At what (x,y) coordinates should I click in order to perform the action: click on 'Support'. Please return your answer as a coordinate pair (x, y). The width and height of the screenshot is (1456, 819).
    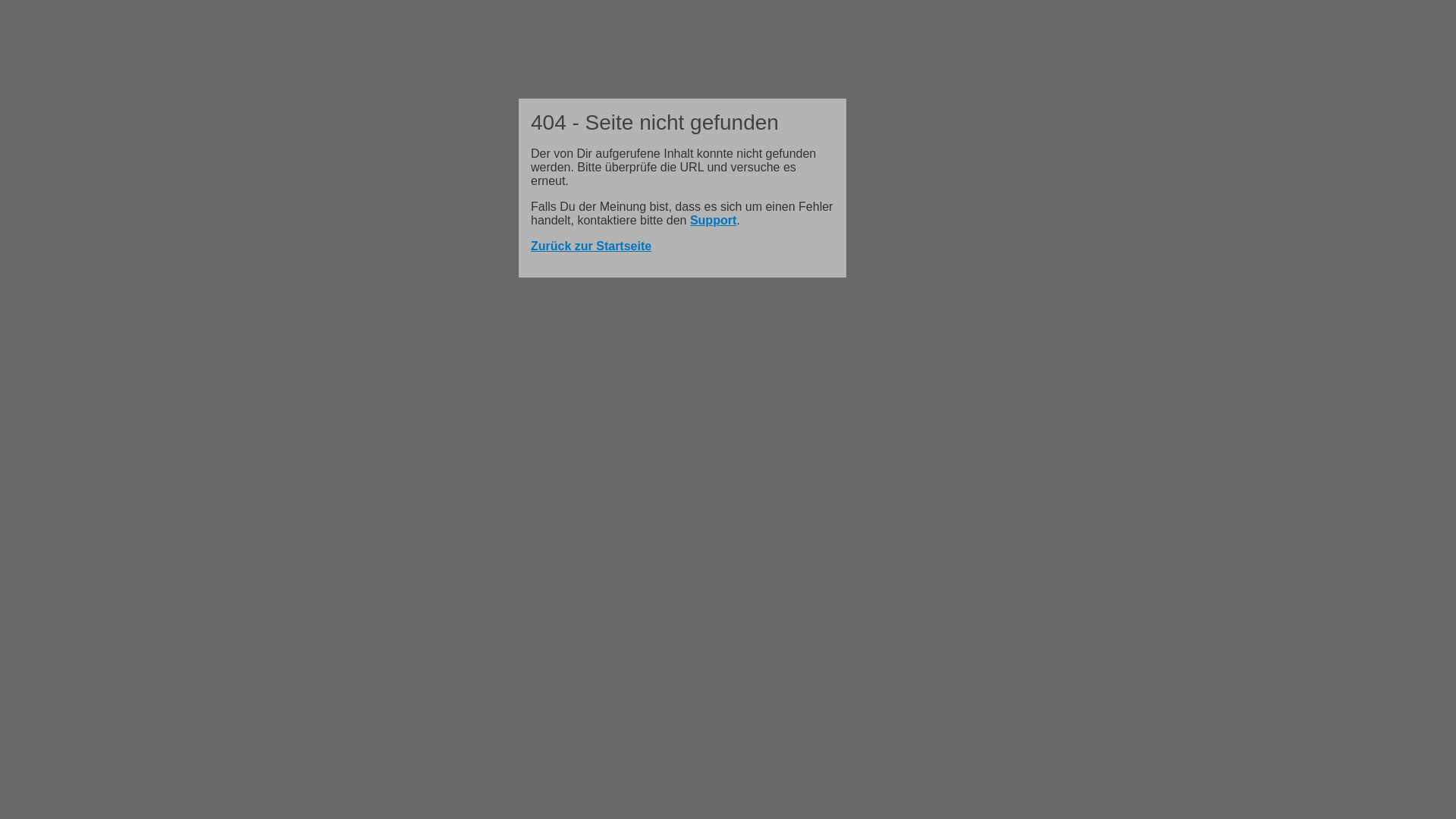
    Looking at the image, I should click on (712, 220).